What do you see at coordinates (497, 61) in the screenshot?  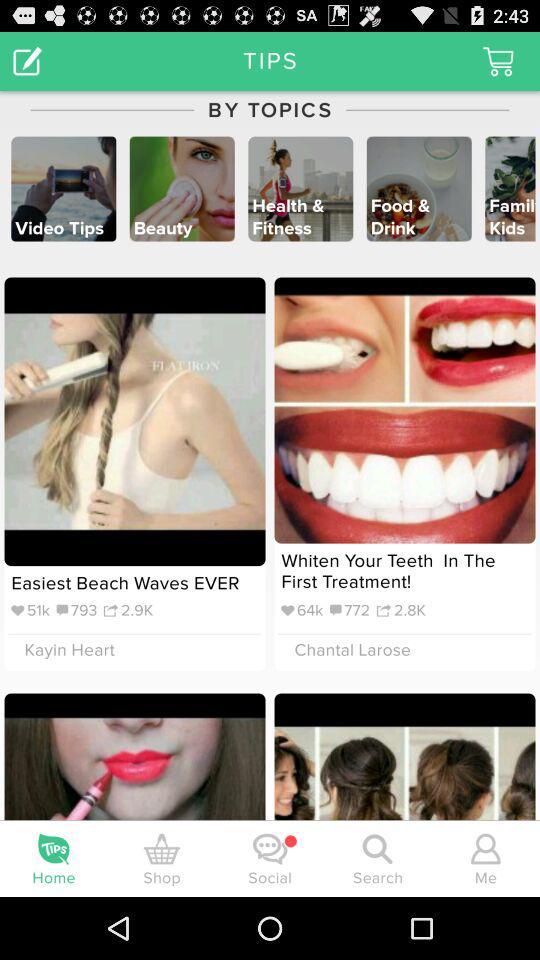 I see `cart` at bounding box center [497, 61].